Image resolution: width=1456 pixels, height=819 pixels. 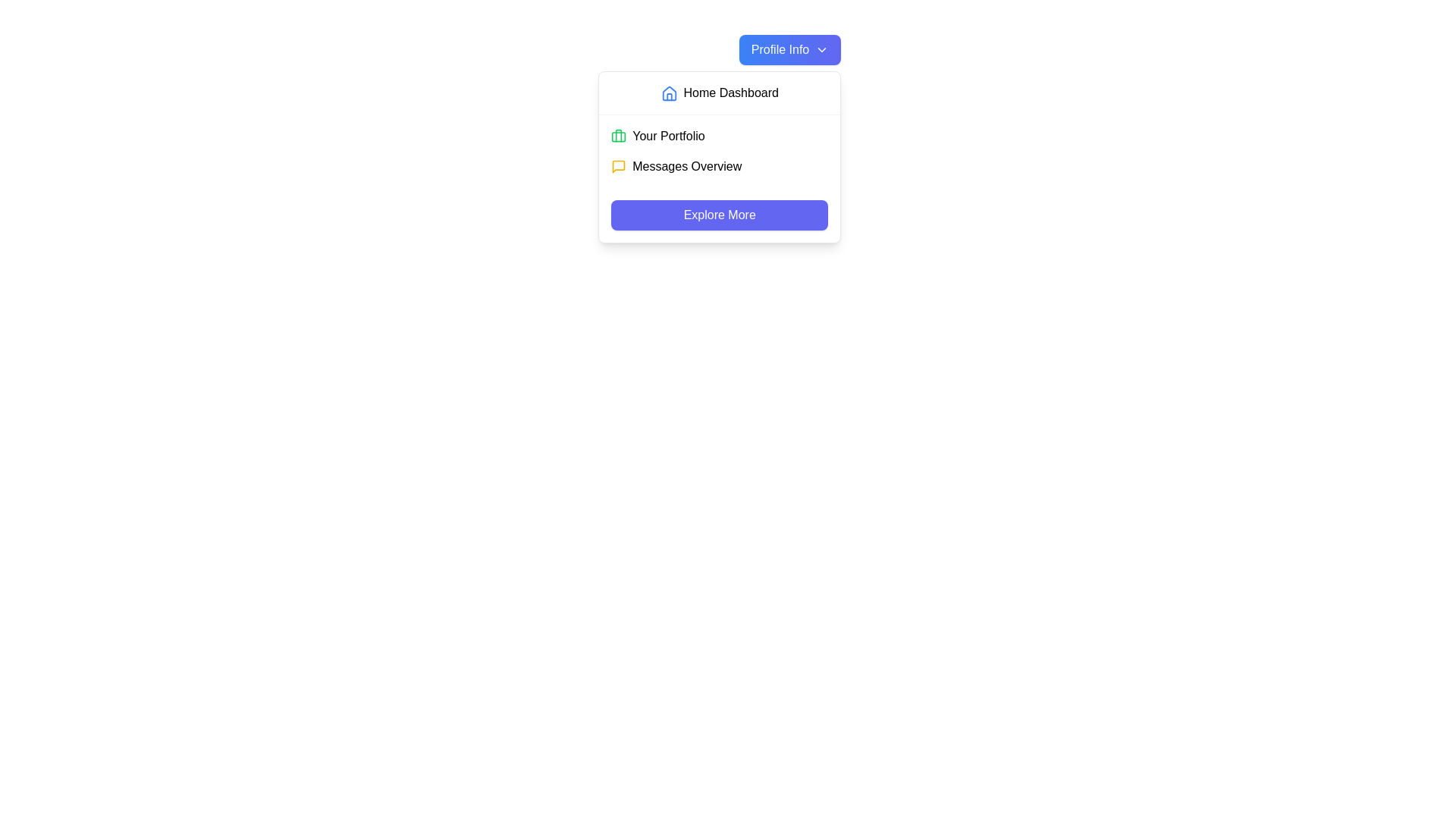 What do you see at coordinates (619, 166) in the screenshot?
I see `the yellow messaging bubble icon, which is the leftmost component in the 'Messages Overview' group` at bounding box center [619, 166].